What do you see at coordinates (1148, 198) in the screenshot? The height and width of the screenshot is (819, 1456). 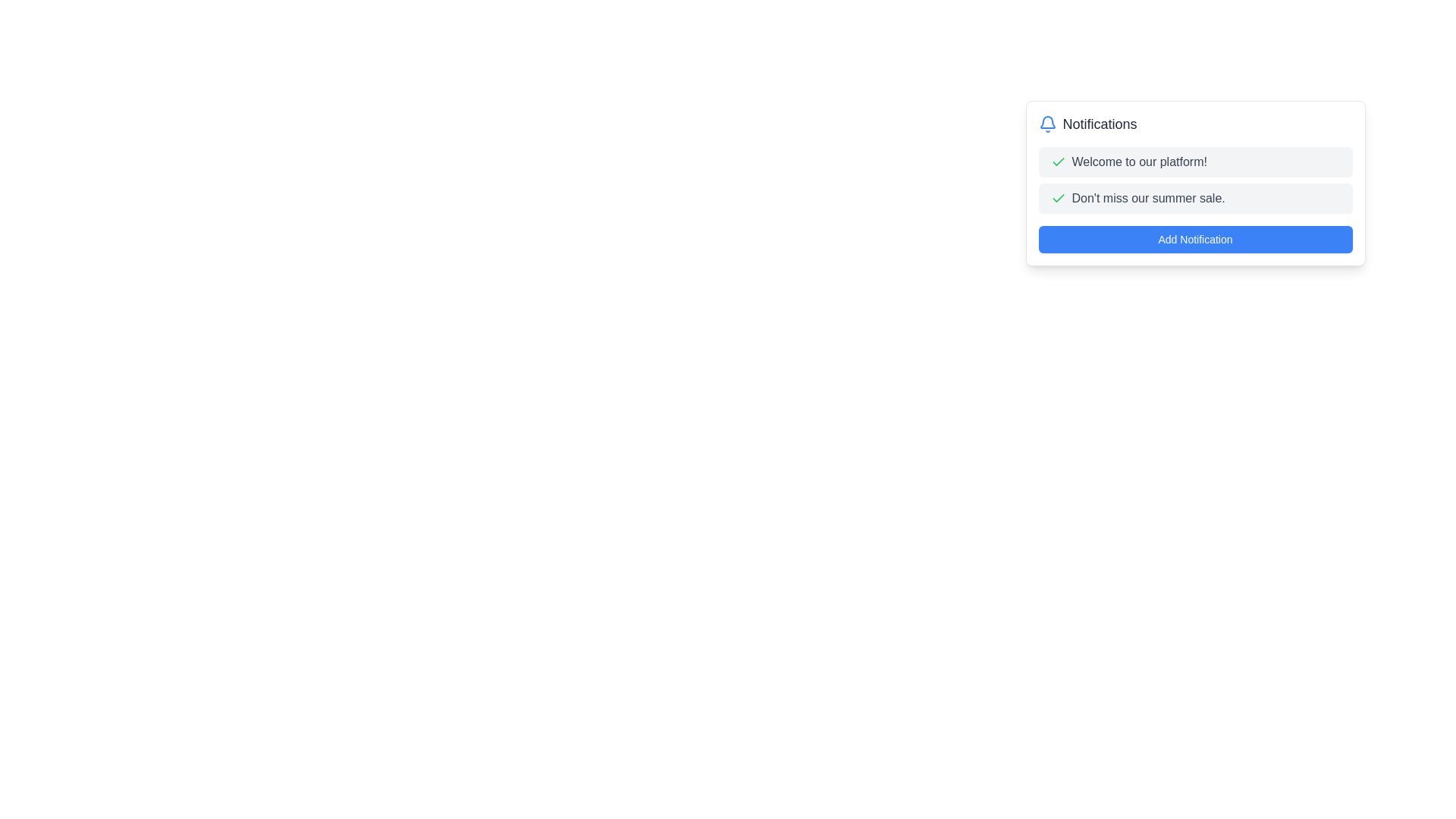 I see `the second notification text label indicating the ongoing summer sale, located beneath the first notification 'Welcome to our platform!'` at bounding box center [1148, 198].